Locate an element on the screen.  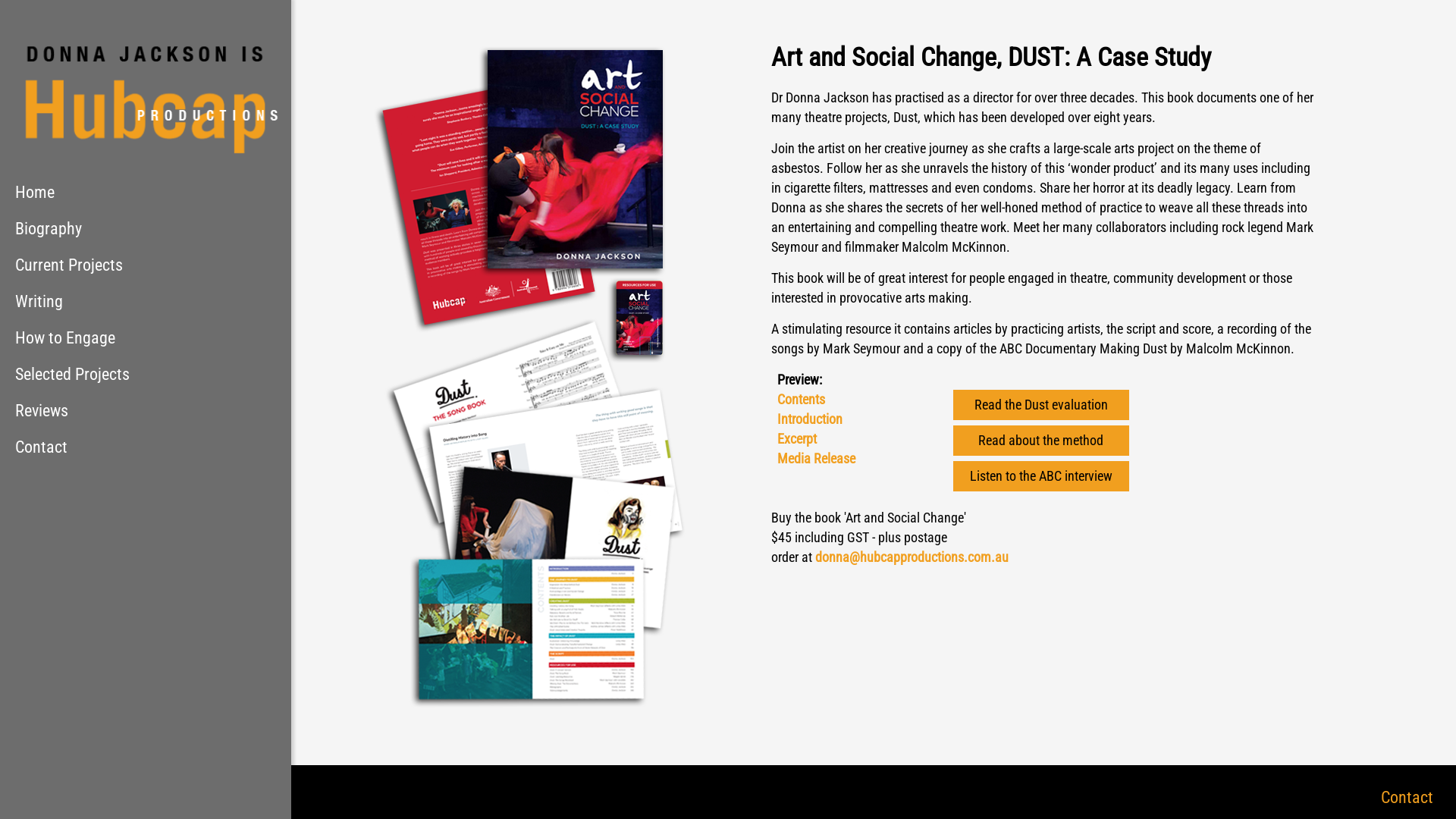
'Contents' is located at coordinates (799, 398).